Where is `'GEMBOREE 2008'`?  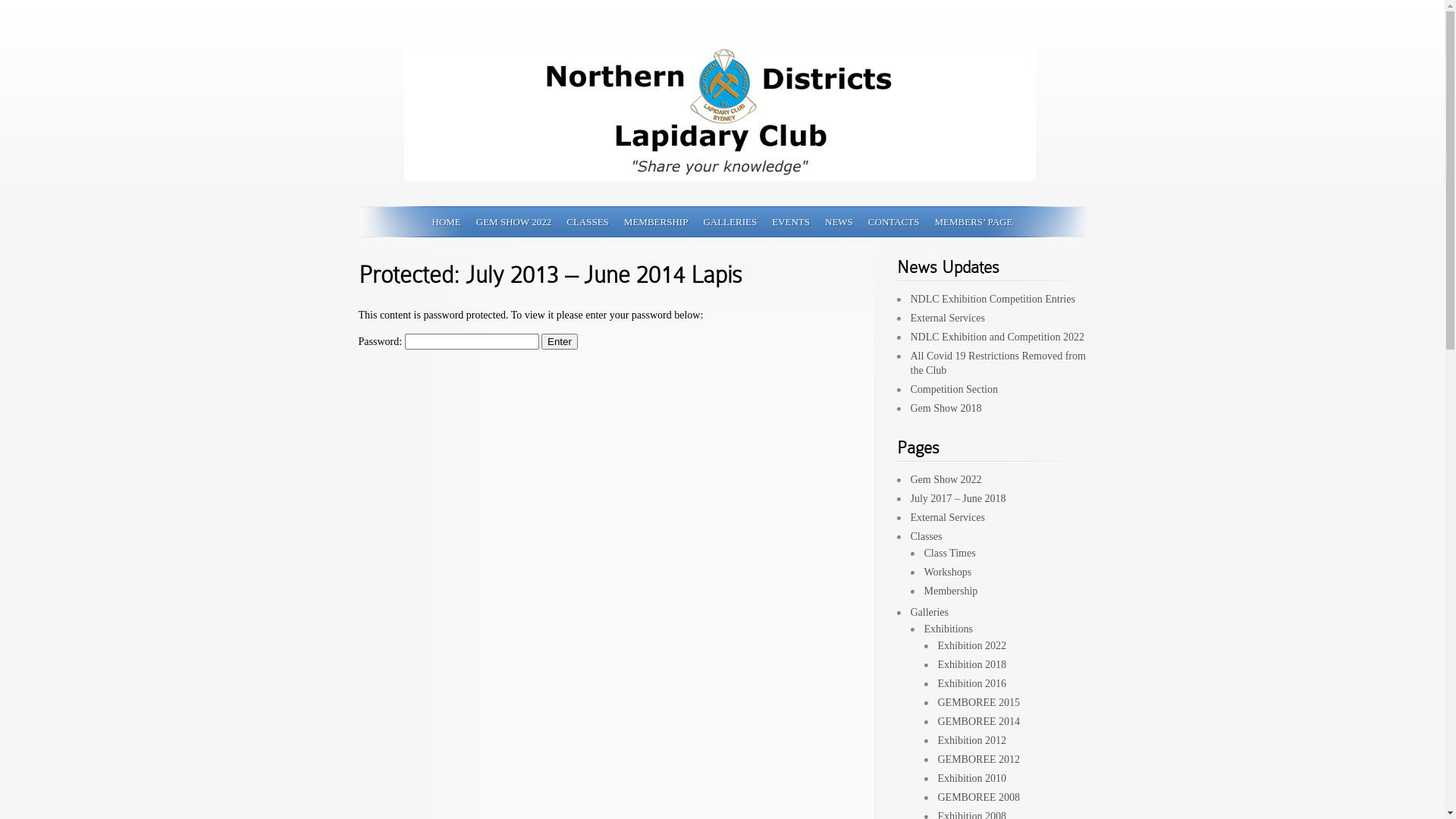 'GEMBOREE 2008' is located at coordinates (978, 796).